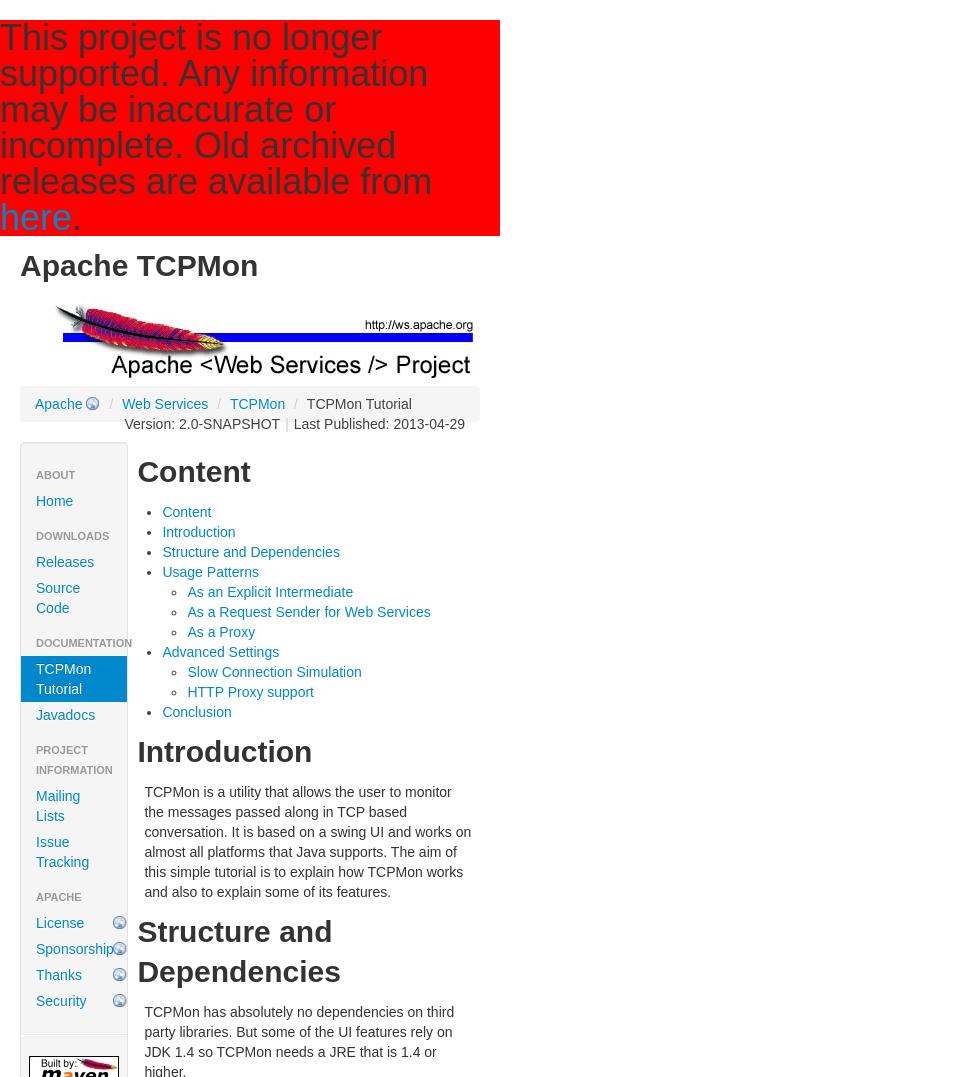  I want to click on 'Home', so click(54, 500).